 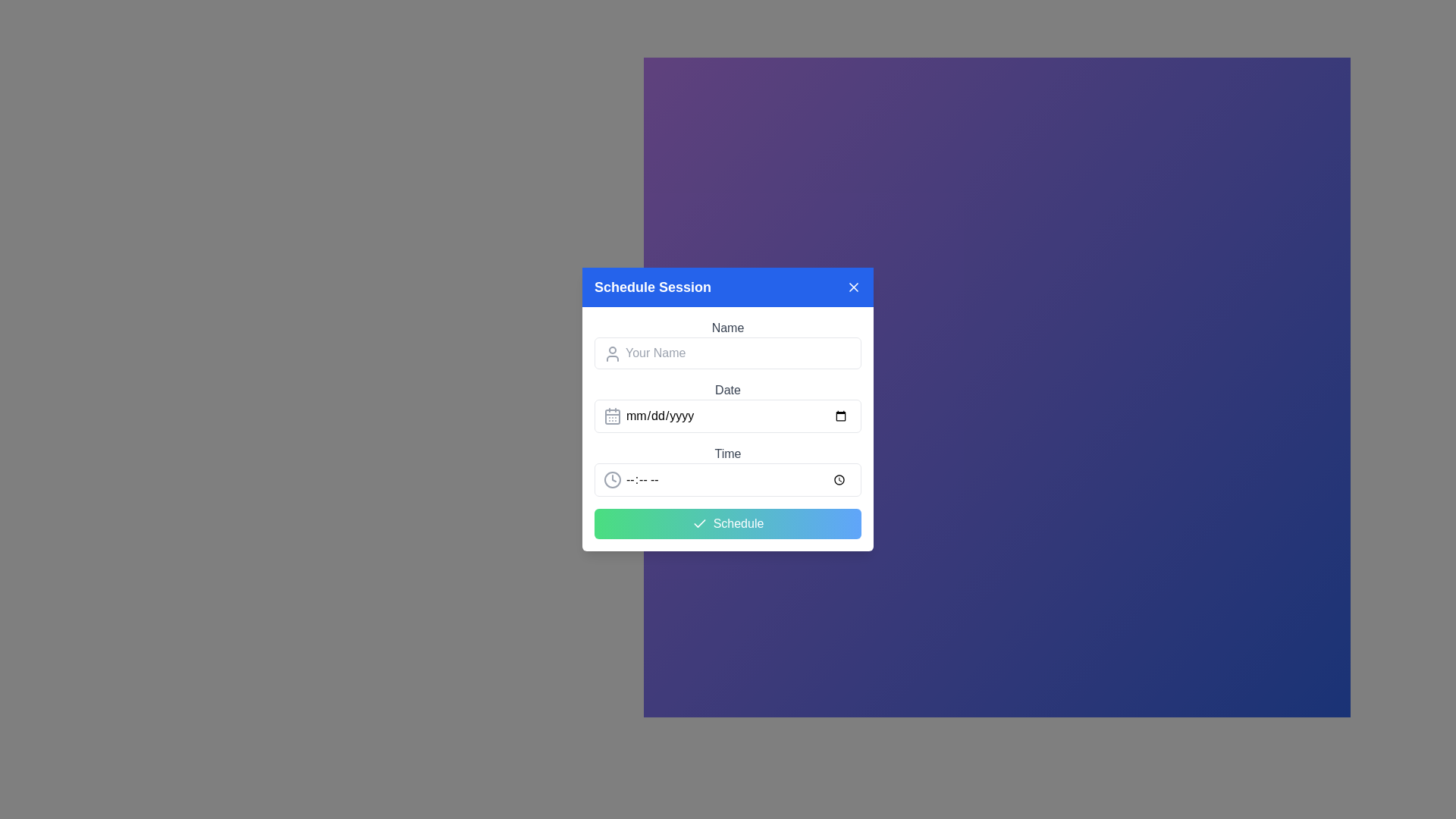 What do you see at coordinates (854, 287) in the screenshot?
I see `the close icon located in the top-right corner of the 'Schedule Session' form` at bounding box center [854, 287].